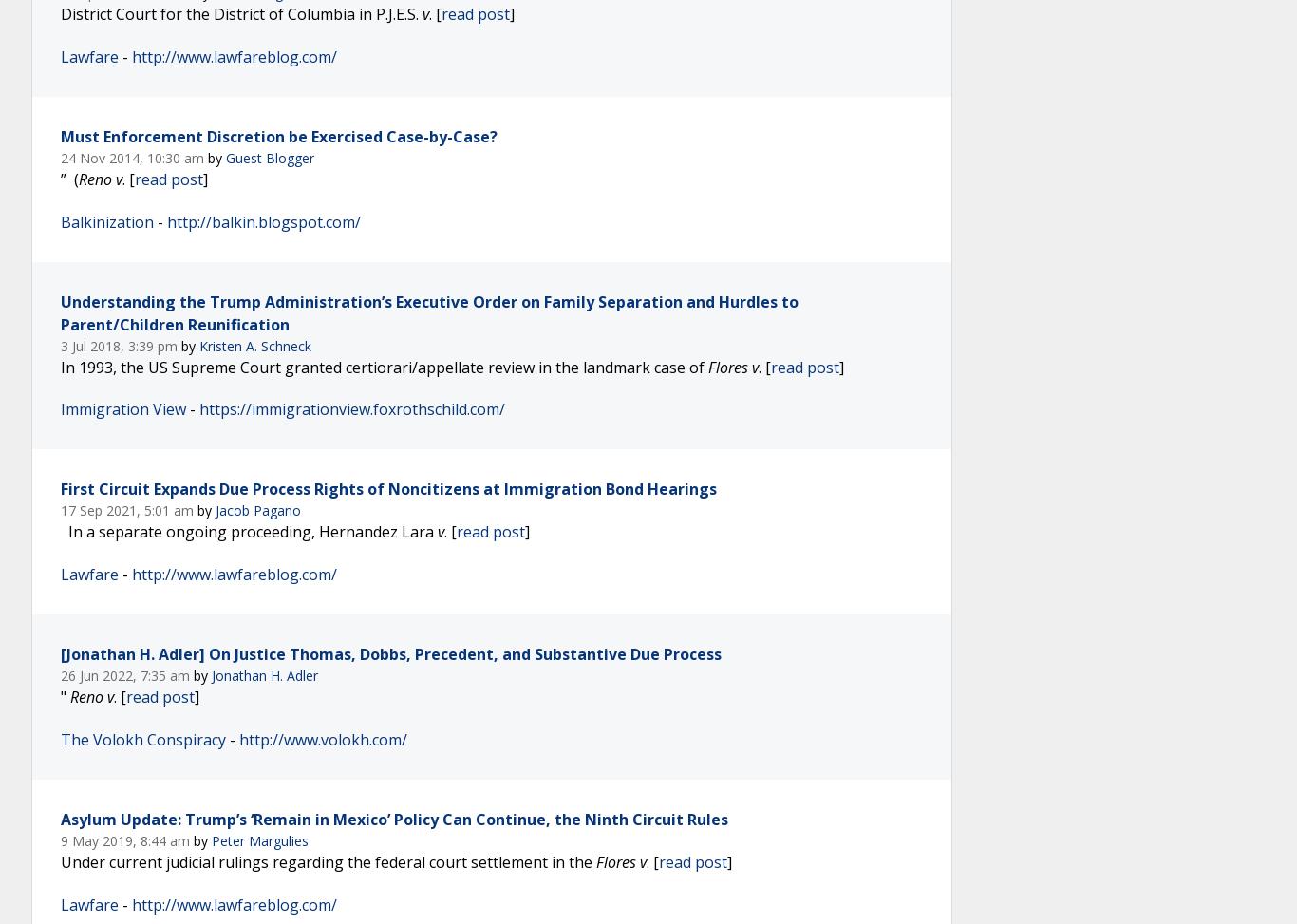 This screenshot has width=1297, height=924. I want to click on 'District Court for the District of Columbia in P.J.E.S.', so click(61, 13).